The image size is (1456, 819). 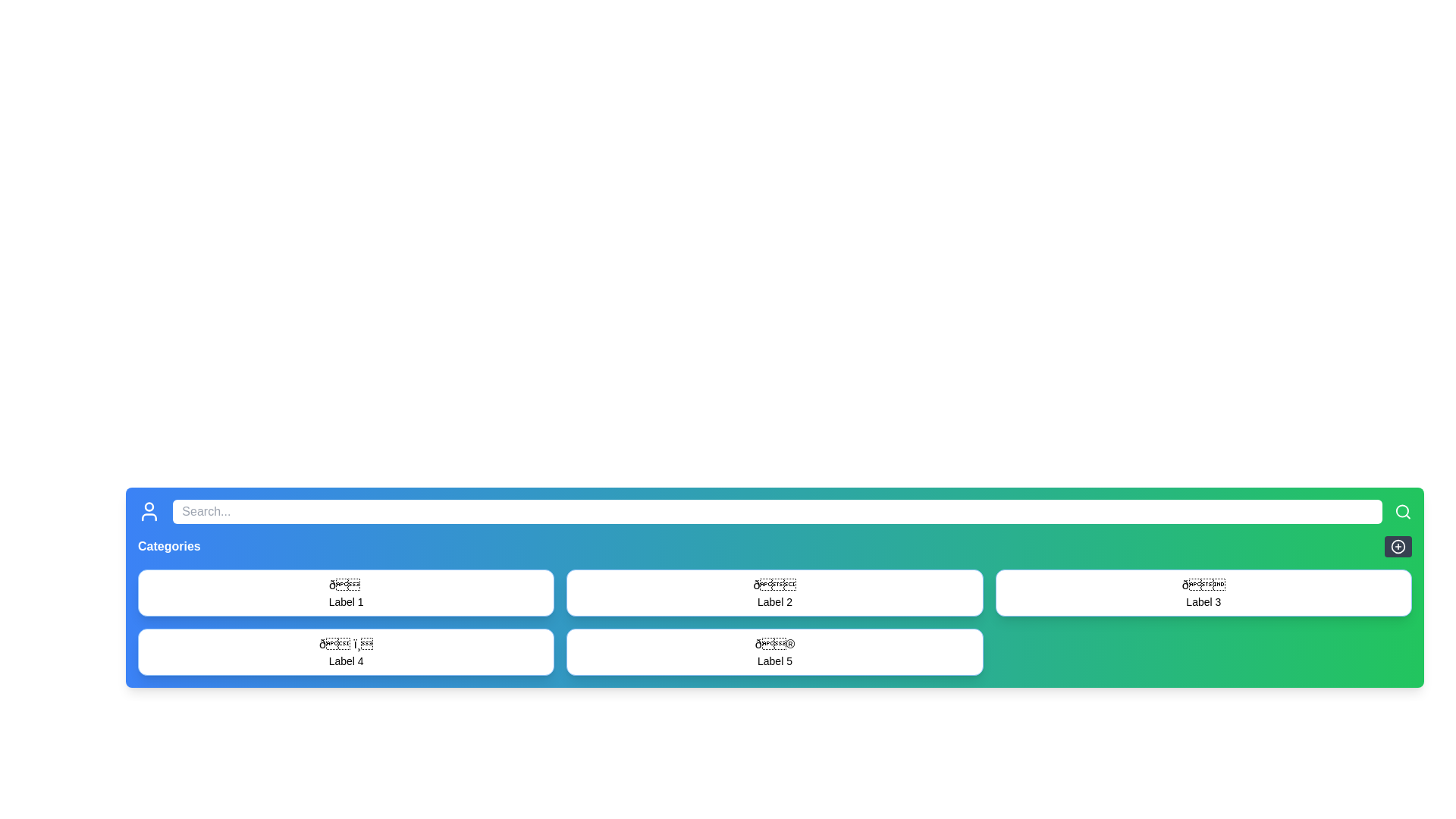 What do you see at coordinates (149, 512) in the screenshot?
I see `the user profile icon located at the far left of the horizontal navigation bar` at bounding box center [149, 512].